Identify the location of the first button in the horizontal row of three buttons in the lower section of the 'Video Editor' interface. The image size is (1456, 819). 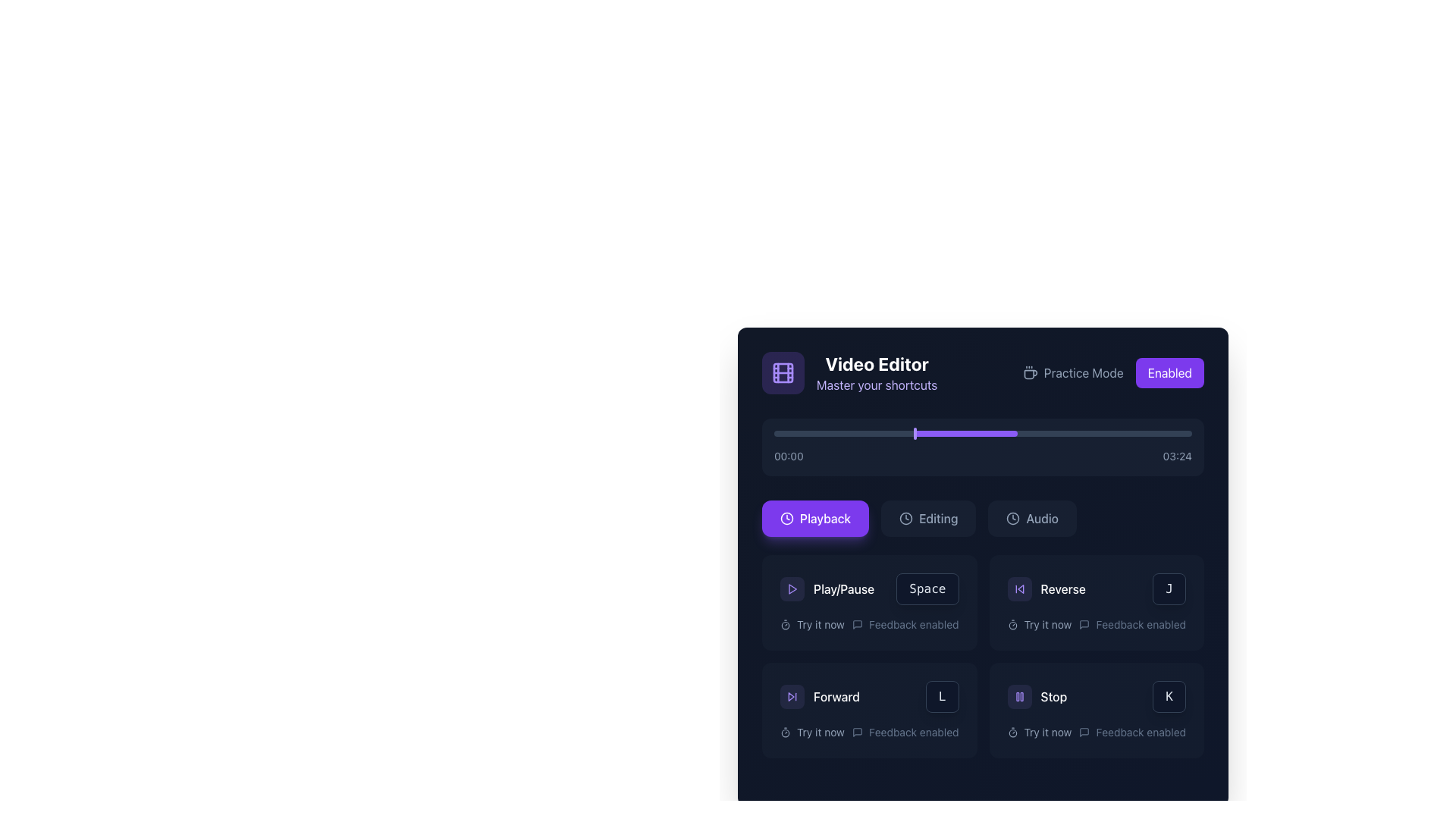
(814, 517).